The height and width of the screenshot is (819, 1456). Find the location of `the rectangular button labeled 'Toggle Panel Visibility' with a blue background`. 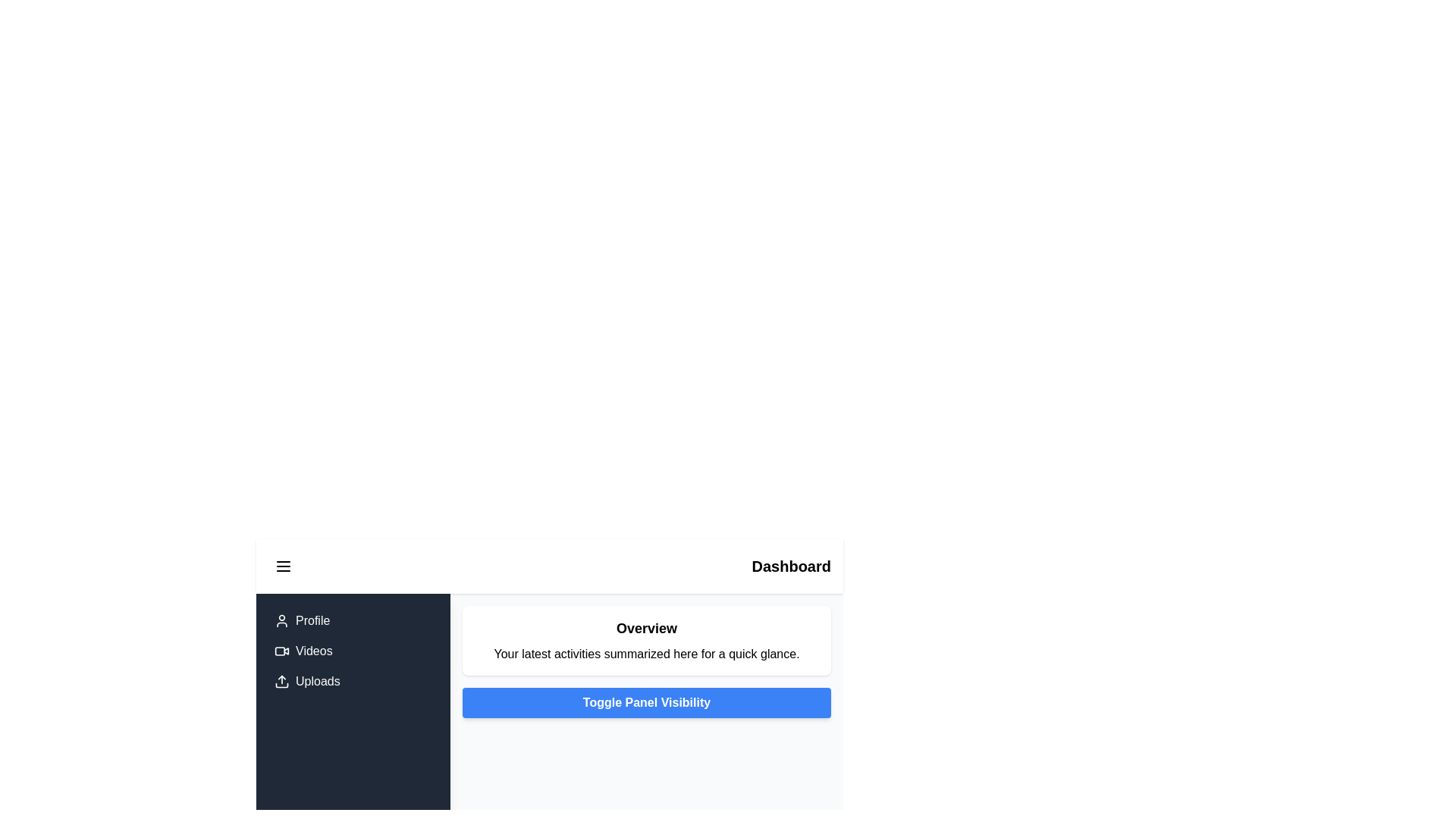

the rectangular button labeled 'Toggle Panel Visibility' with a blue background is located at coordinates (647, 702).